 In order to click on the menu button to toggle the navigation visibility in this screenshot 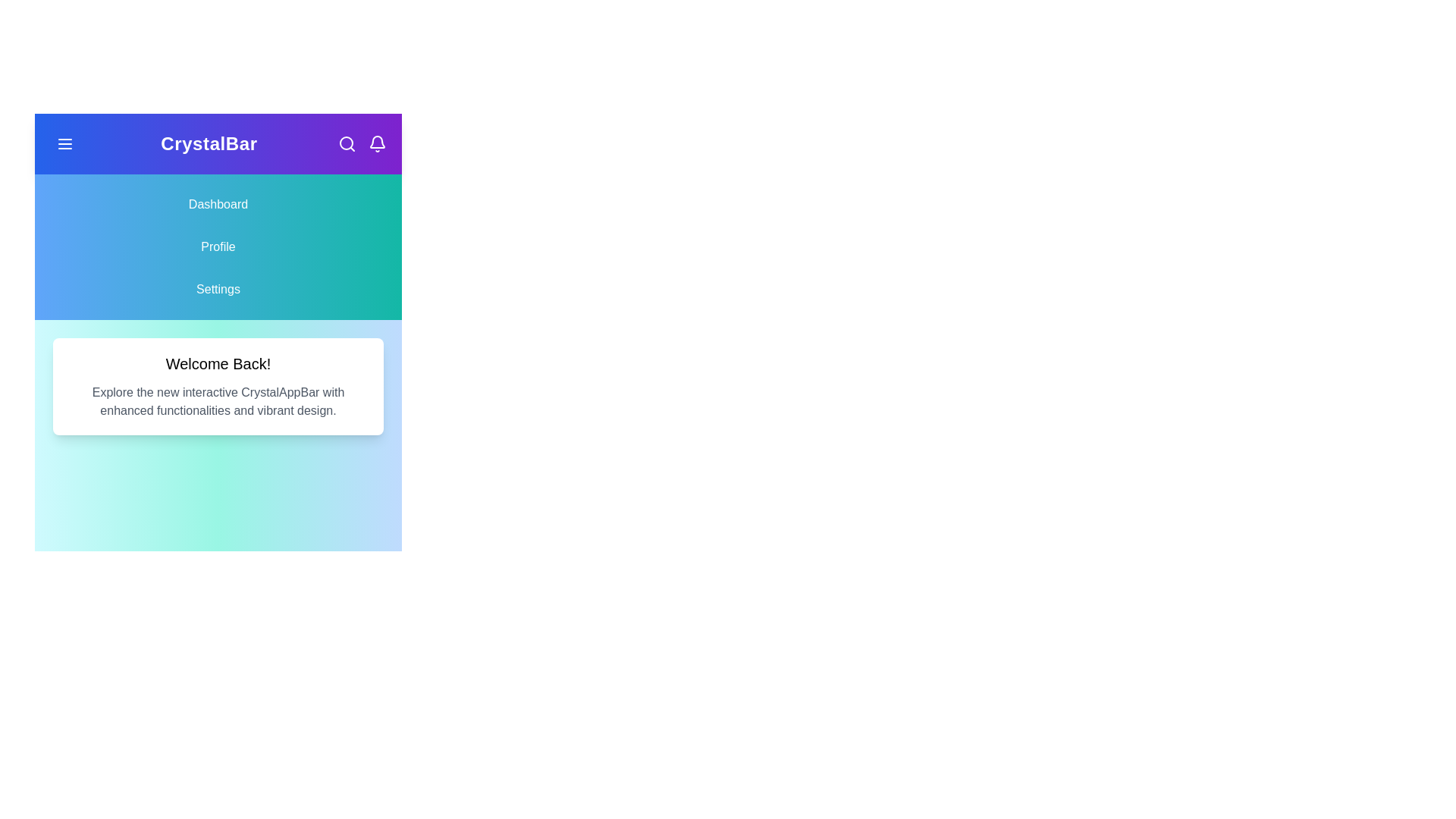, I will do `click(64, 143)`.